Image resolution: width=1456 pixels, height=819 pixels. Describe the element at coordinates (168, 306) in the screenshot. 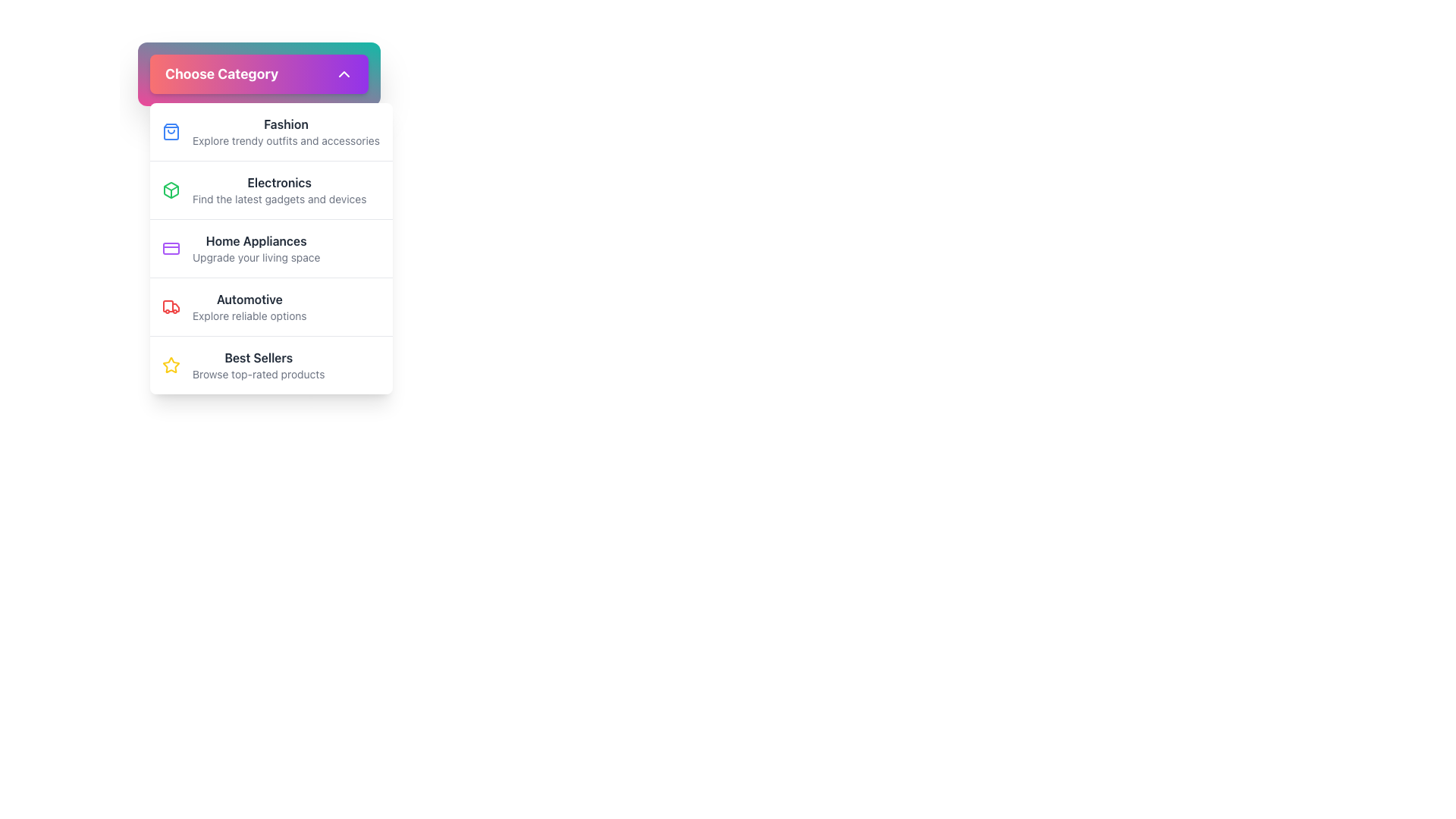

I see `the truck-like icon next to the 'Automotive' text in the 'Choose Category' dropdown` at that location.